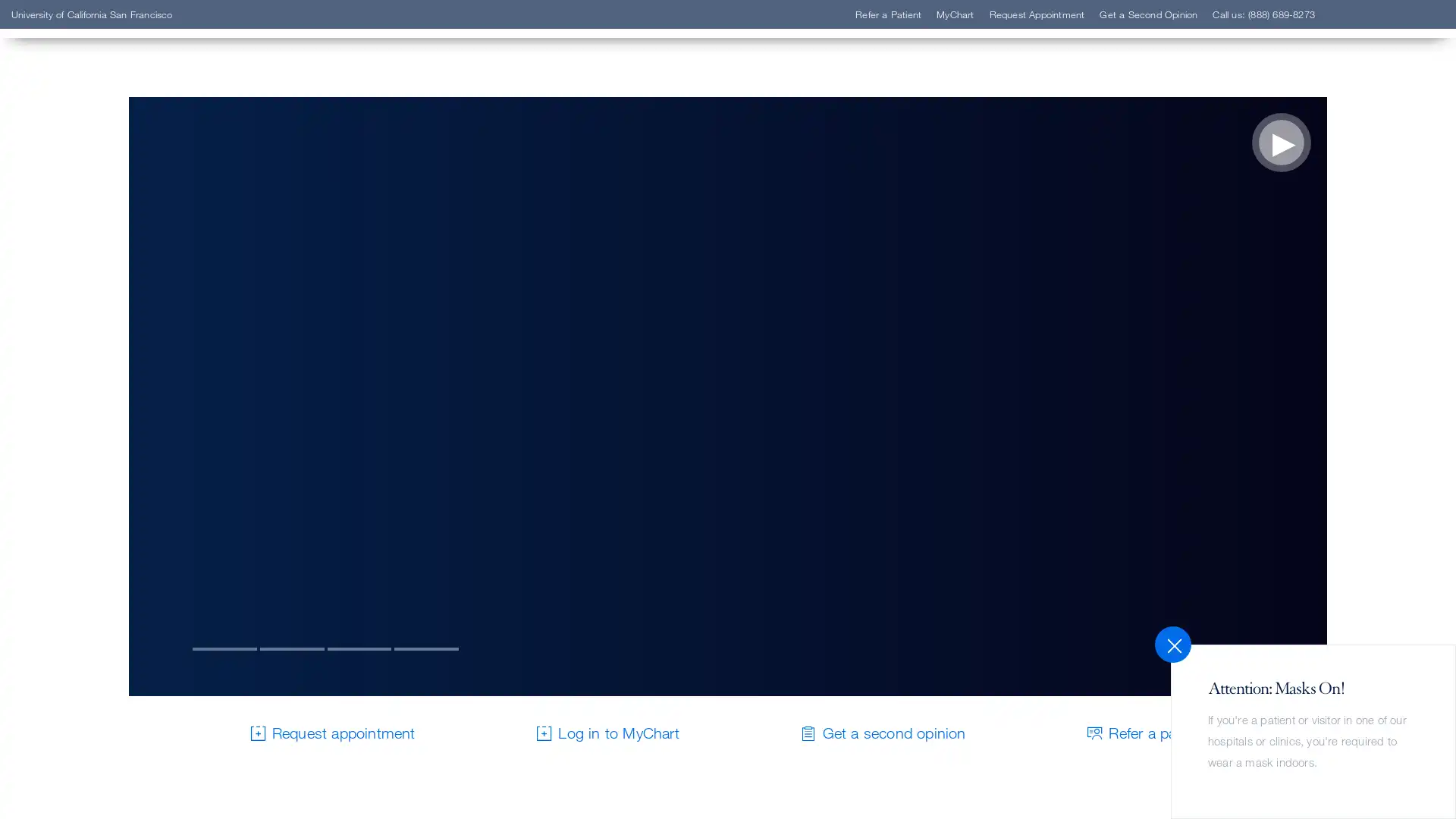  I want to click on Conditions, so click(96, 292).